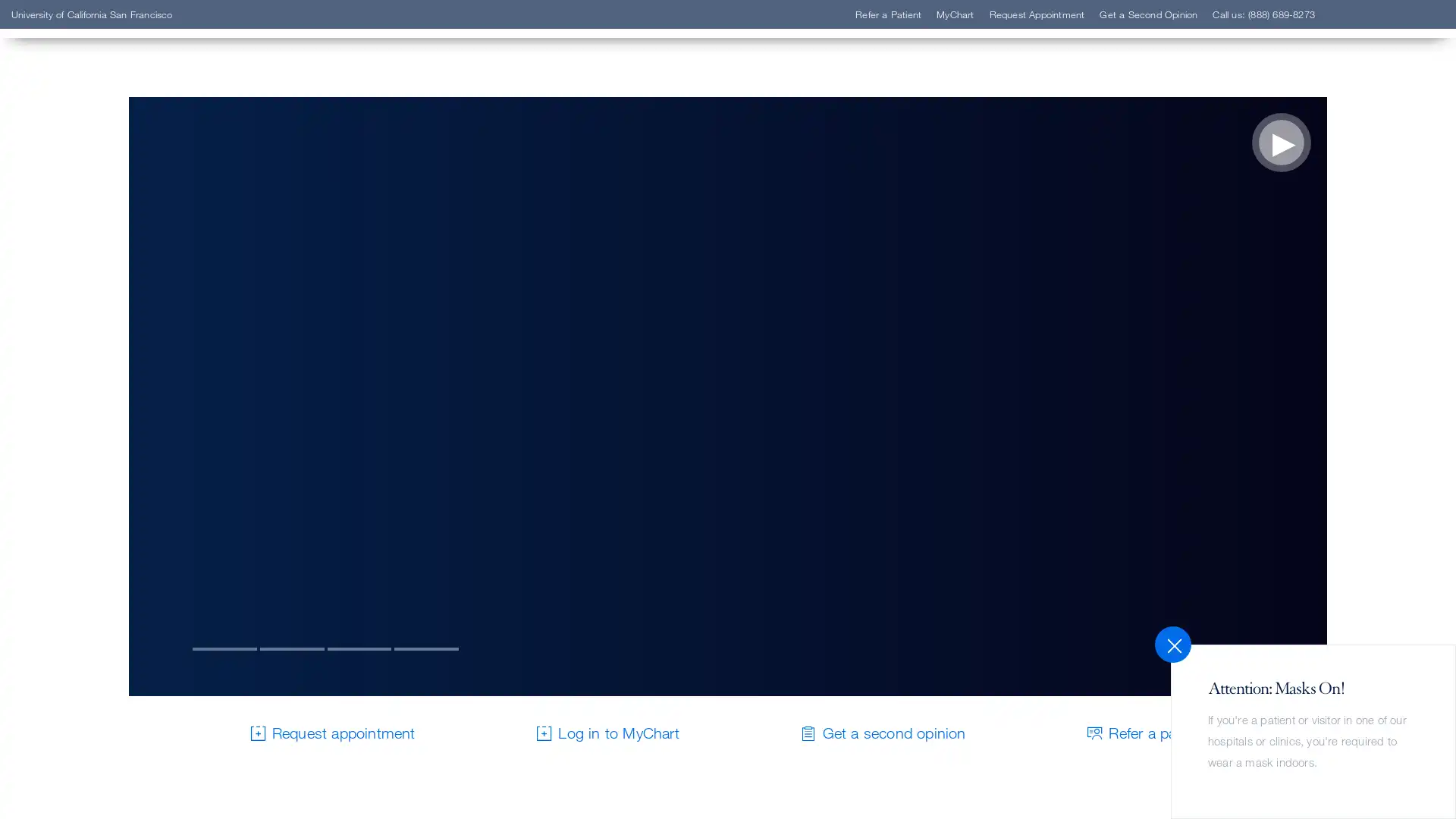  I want to click on Conditions, so click(96, 292).